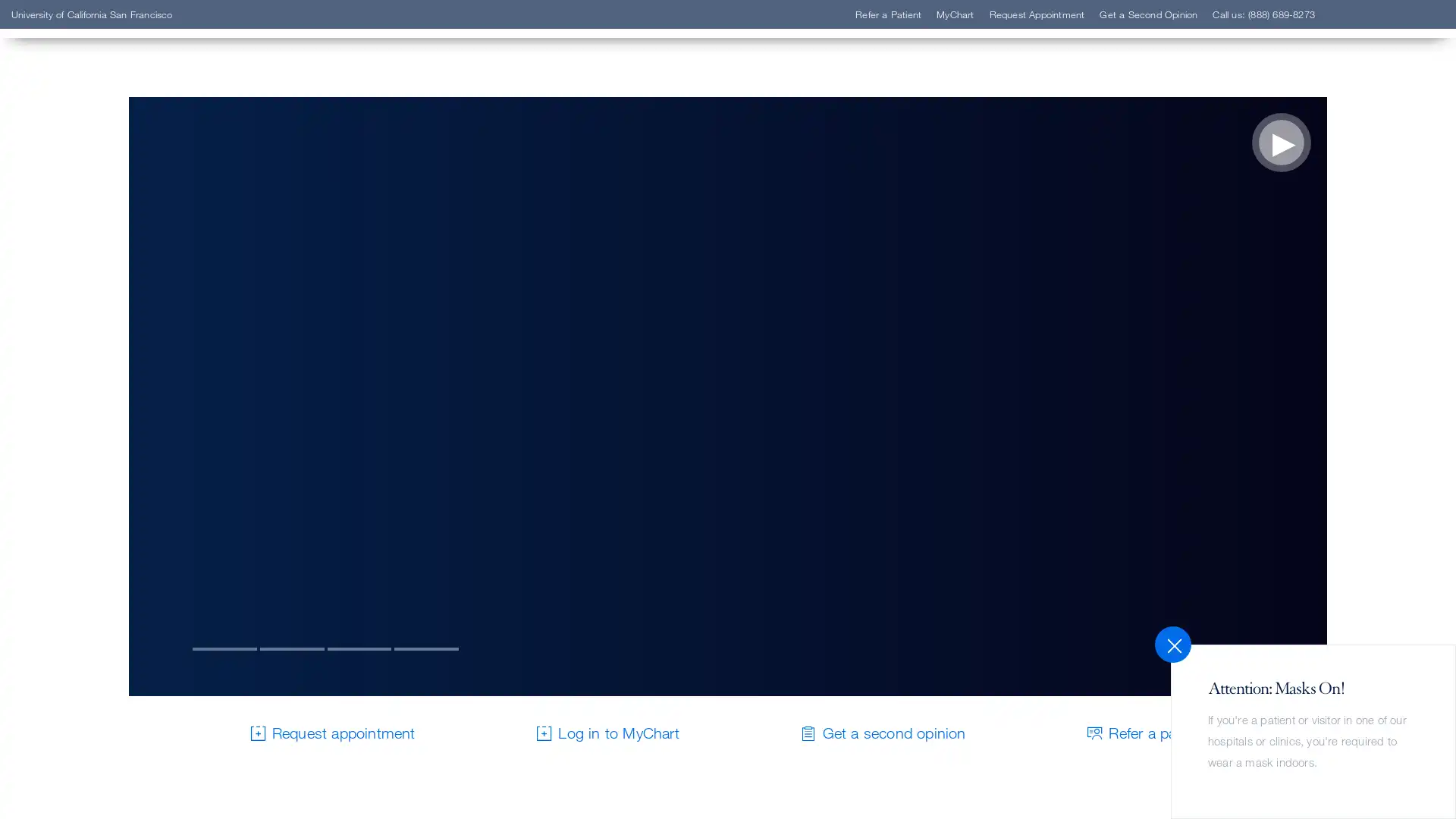  I want to click on Conditions, so click(96, 292).